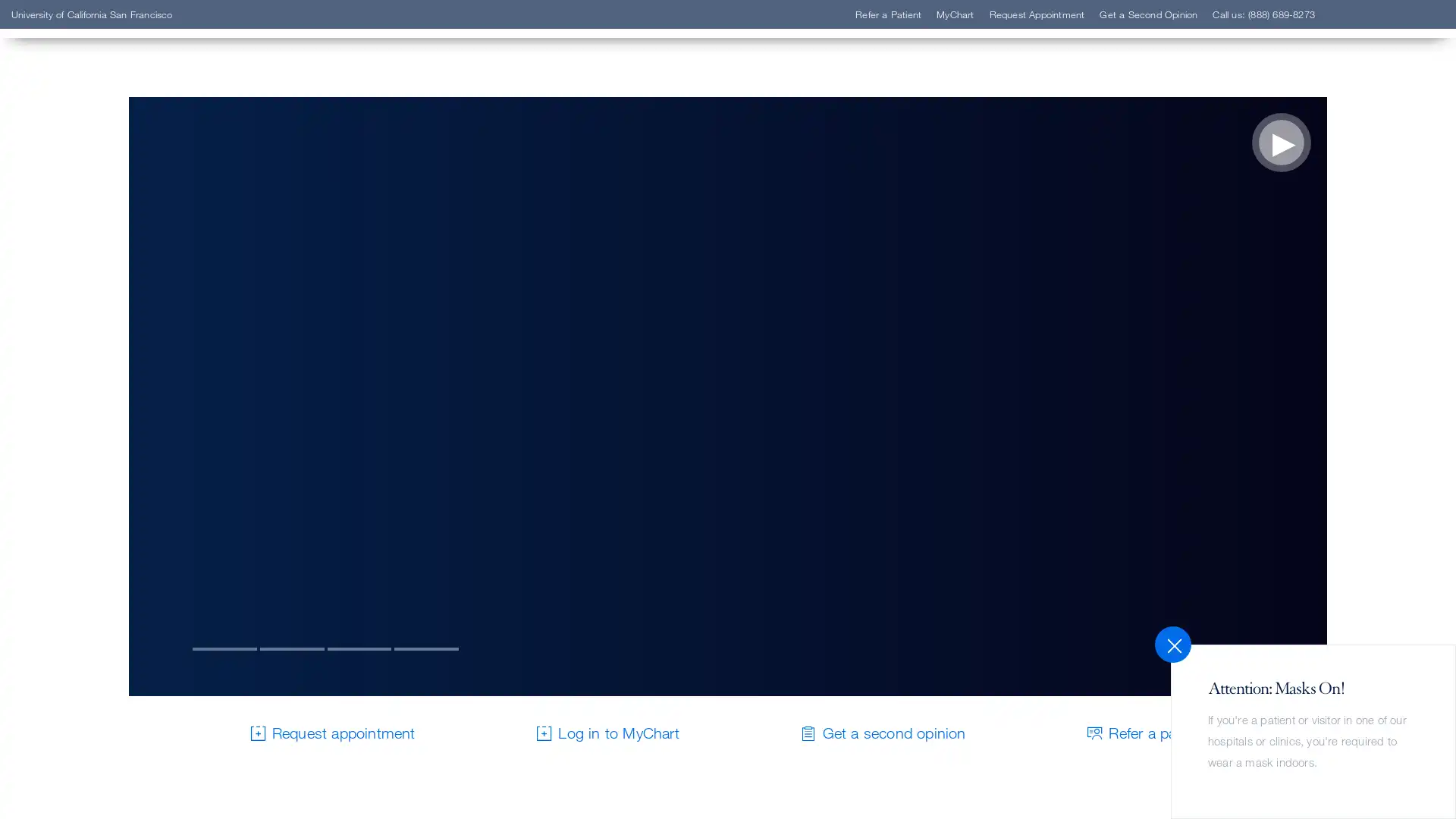  I want to click on Conditions, so click(96, 292).